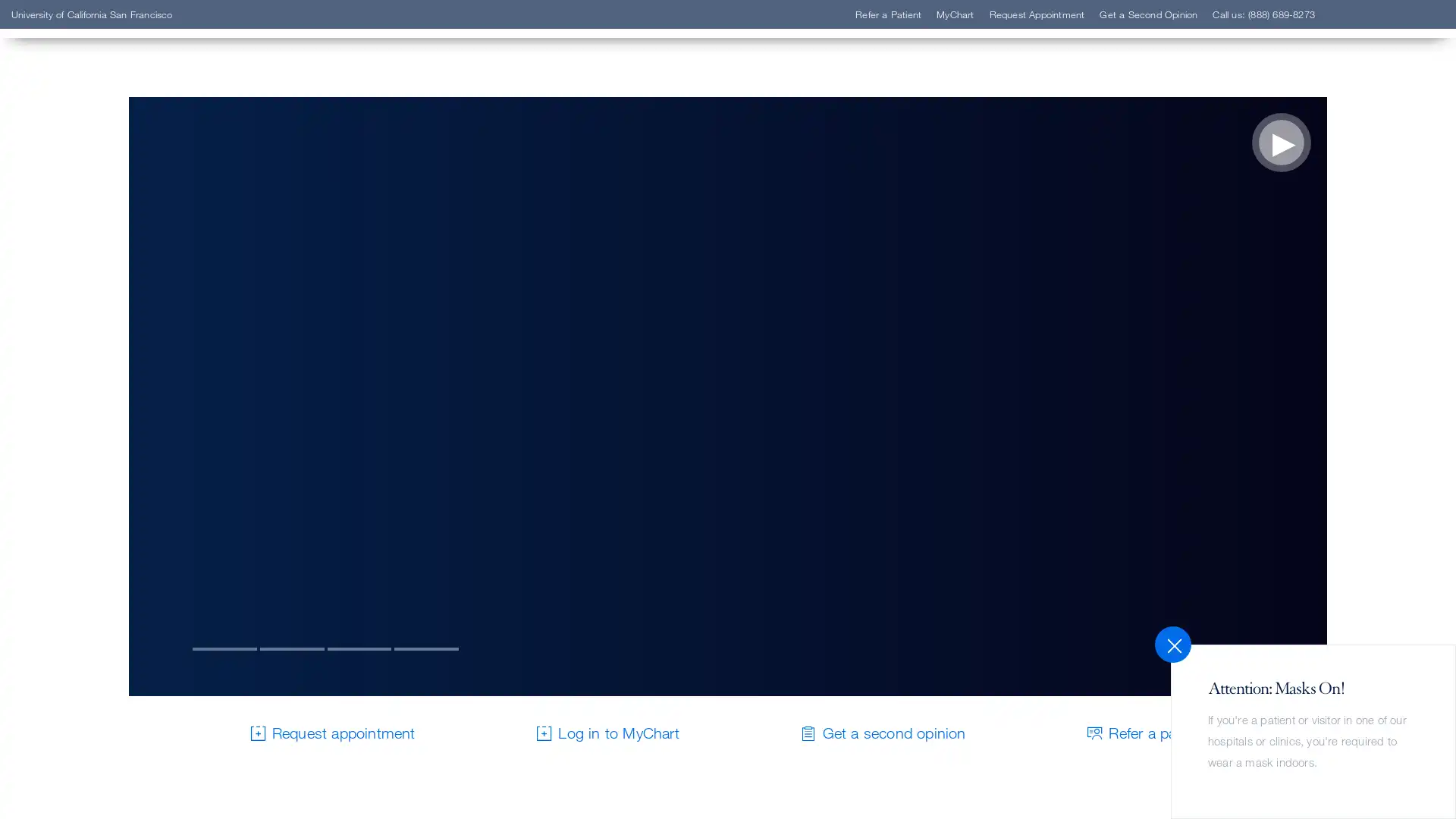  I want to click on Conditions, so click(96, 292).